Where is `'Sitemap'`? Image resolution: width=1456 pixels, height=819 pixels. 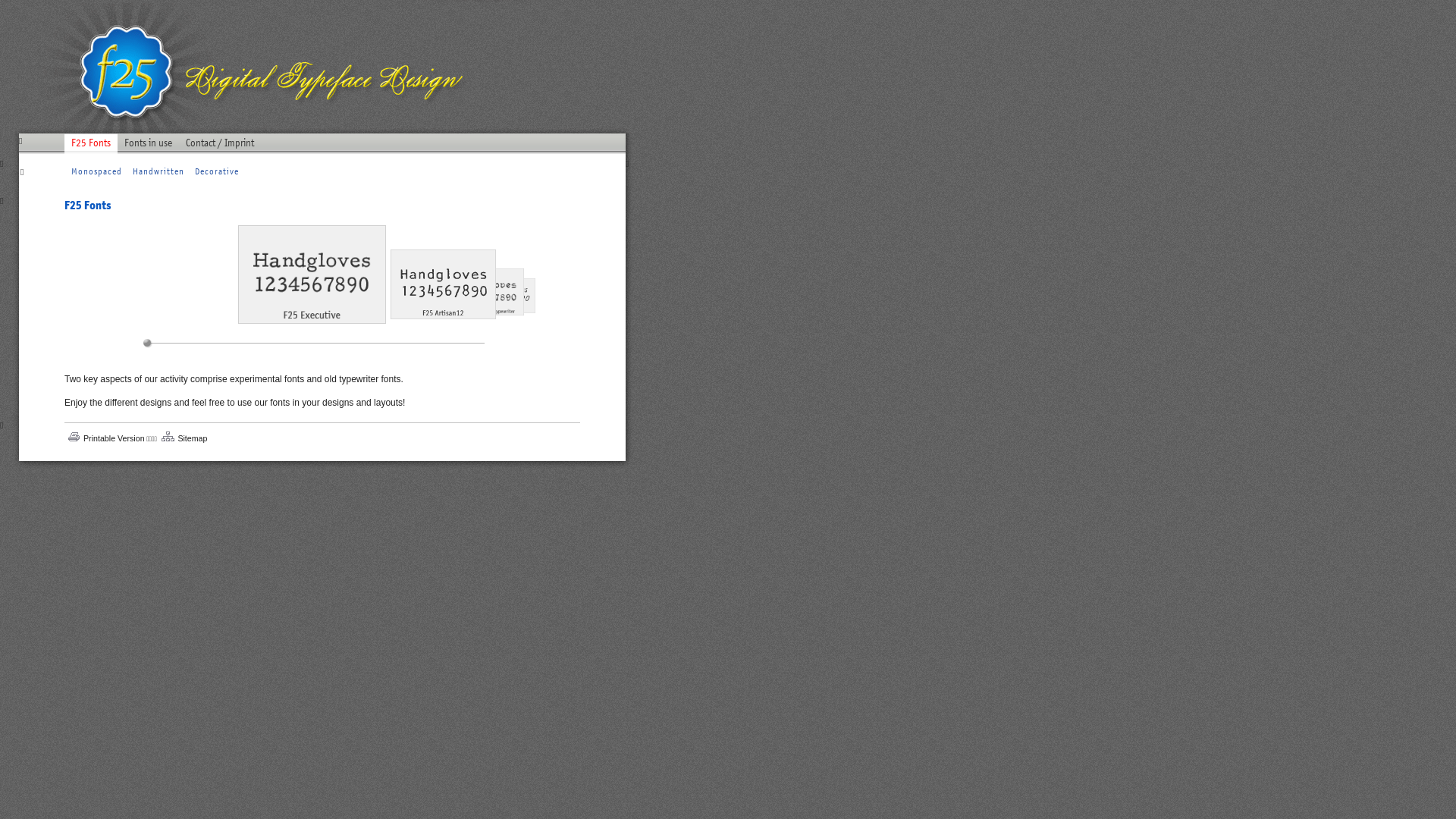
'Sitemap' is located at coordinates (191, 438).